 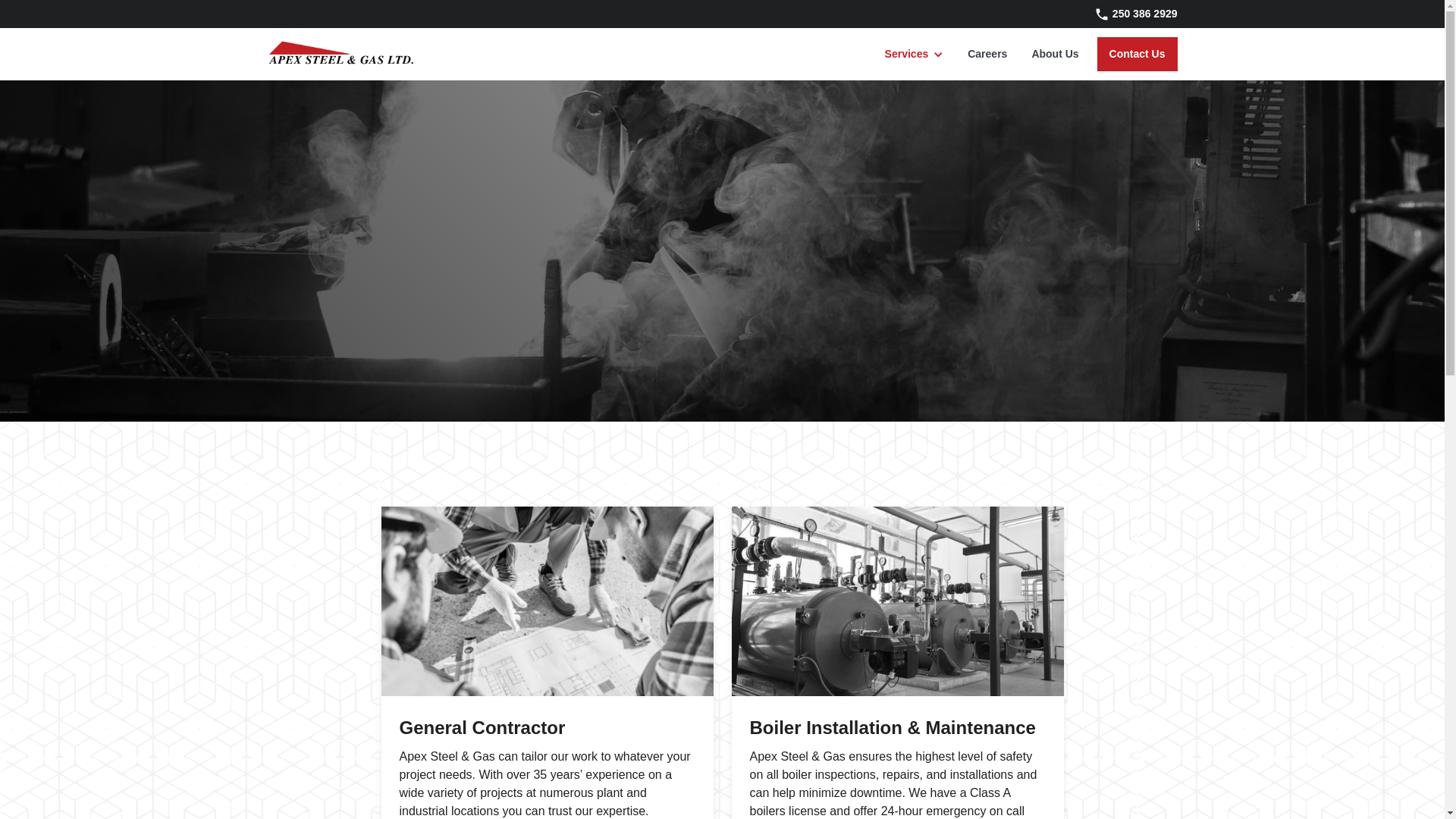 I want to click on 'About Us', so click(x=1019, y=53).